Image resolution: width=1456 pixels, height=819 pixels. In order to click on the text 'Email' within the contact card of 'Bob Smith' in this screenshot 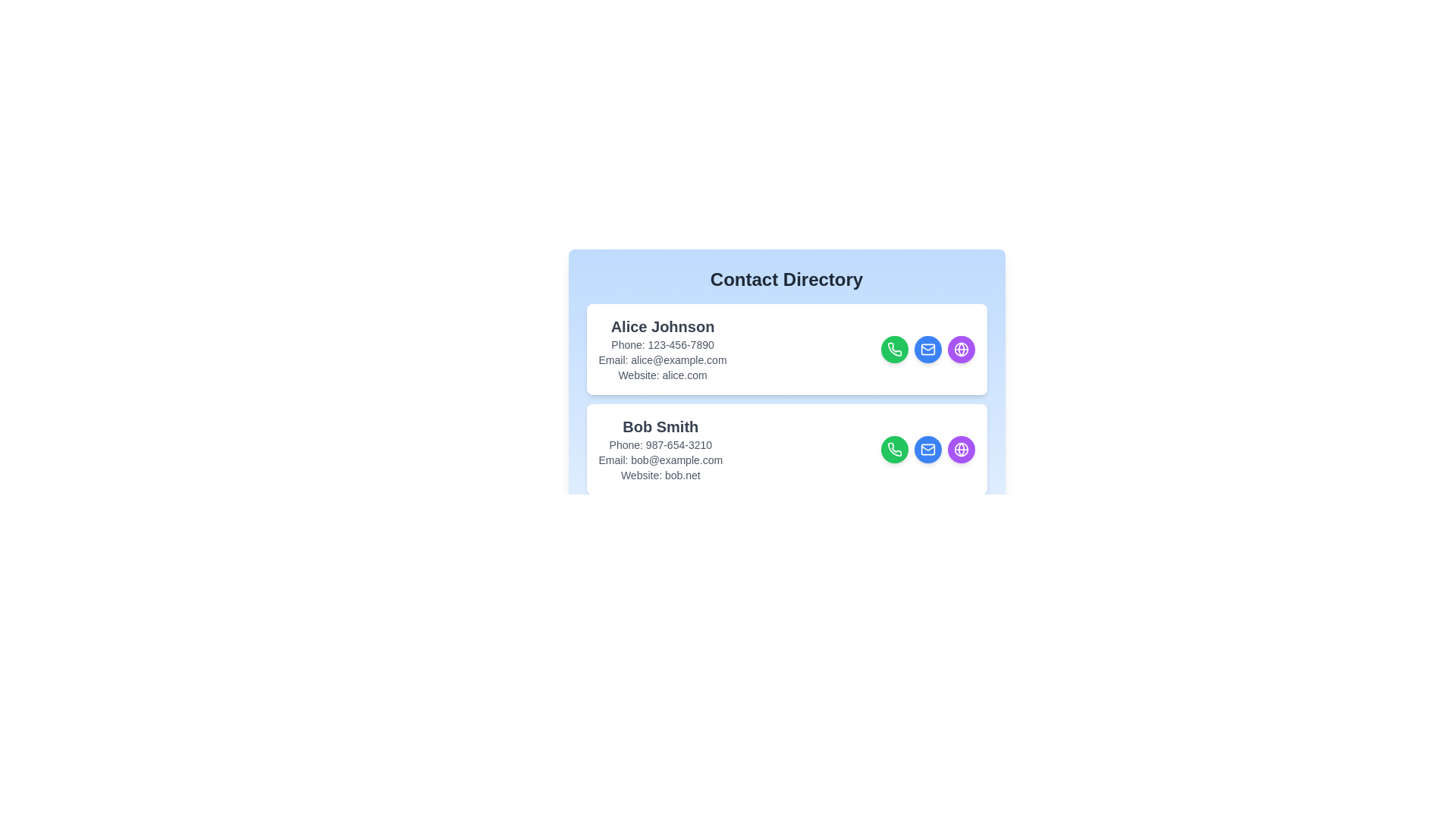, I will do `click(660, 459)`.